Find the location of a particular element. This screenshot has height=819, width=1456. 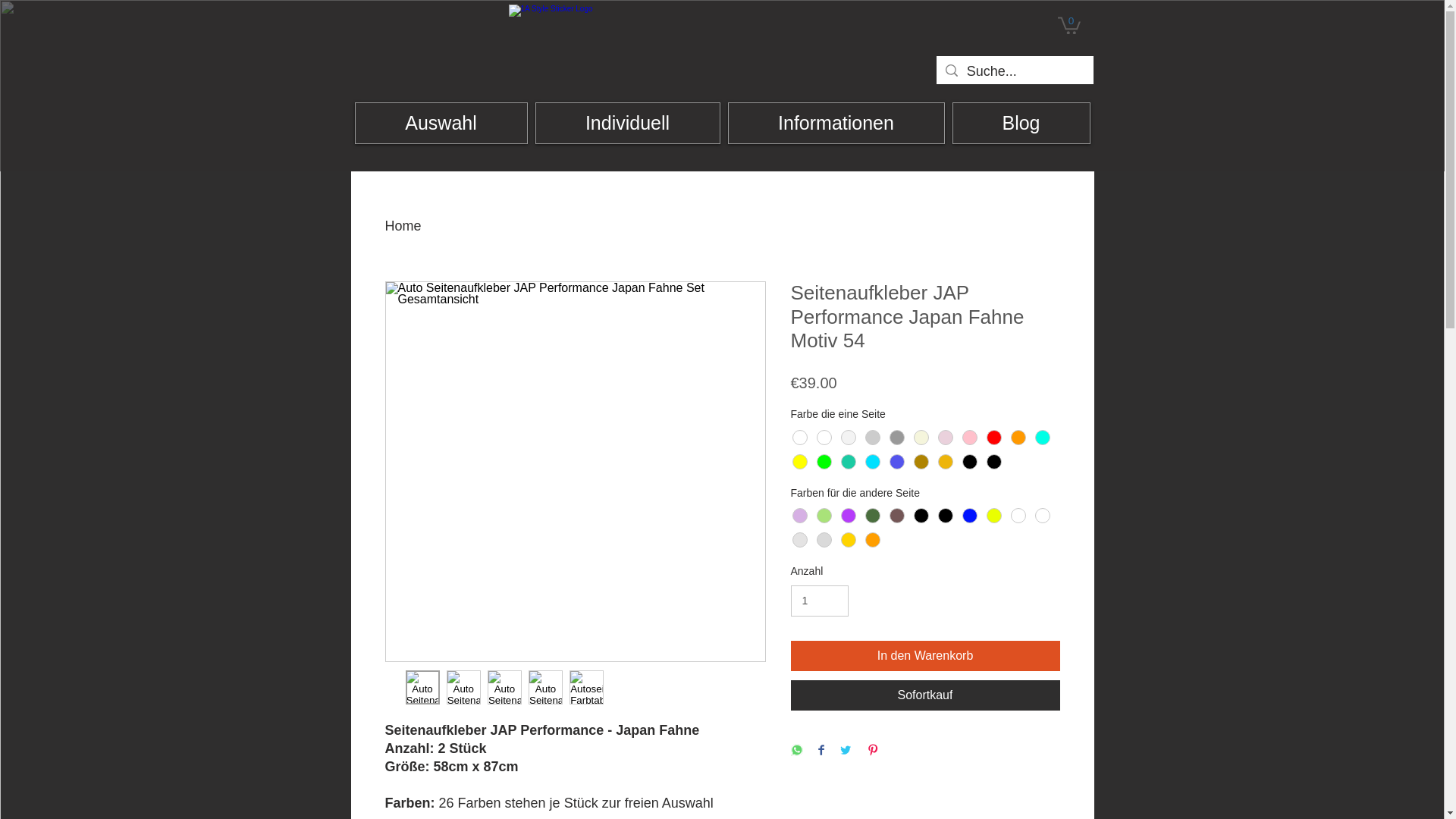

'Individuell' is located at coordinates (628, 122).